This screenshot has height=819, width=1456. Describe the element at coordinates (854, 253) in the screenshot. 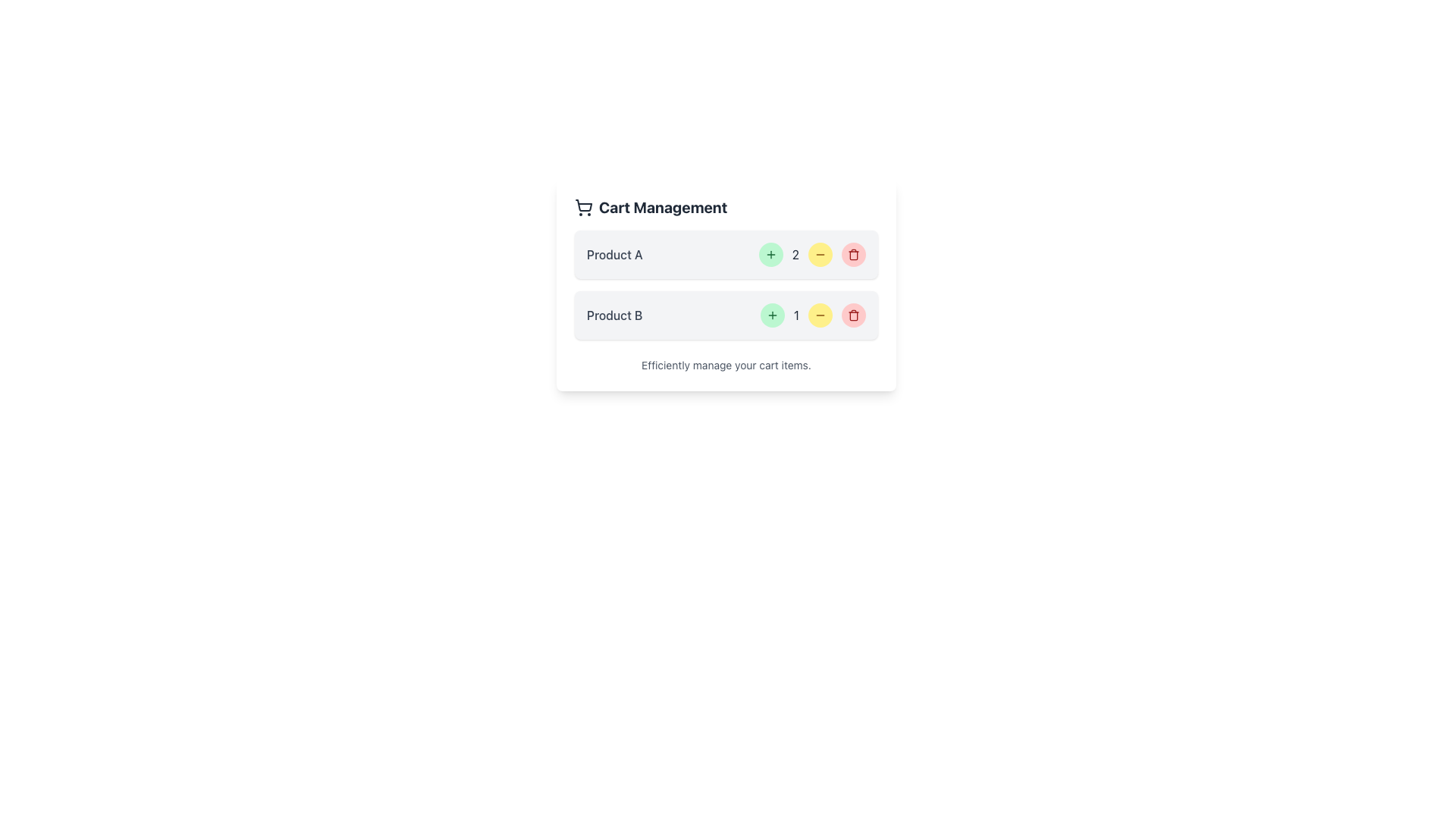

I see `the delete button associated with 'Product A' in the first product row` at that location.